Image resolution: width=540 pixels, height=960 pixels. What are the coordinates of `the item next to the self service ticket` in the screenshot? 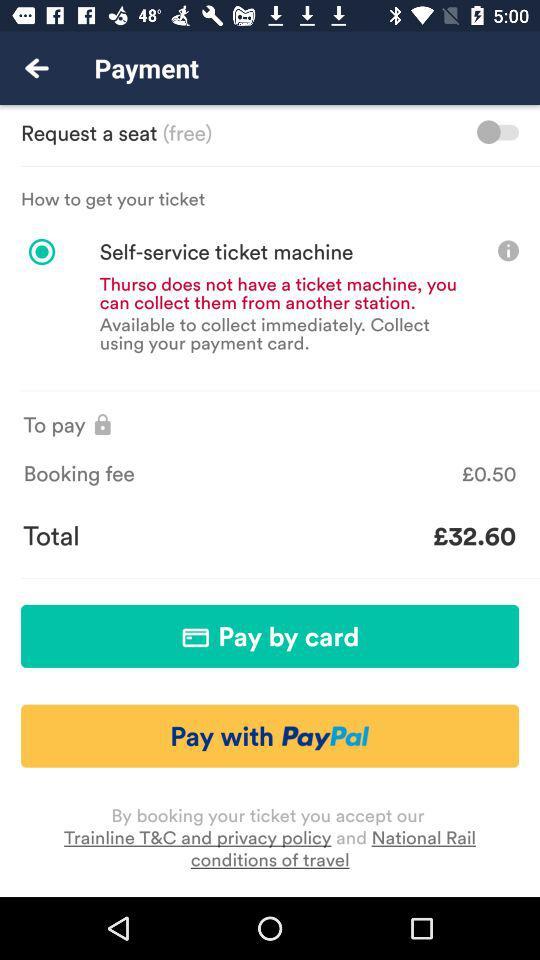 It's located at (508, 249).